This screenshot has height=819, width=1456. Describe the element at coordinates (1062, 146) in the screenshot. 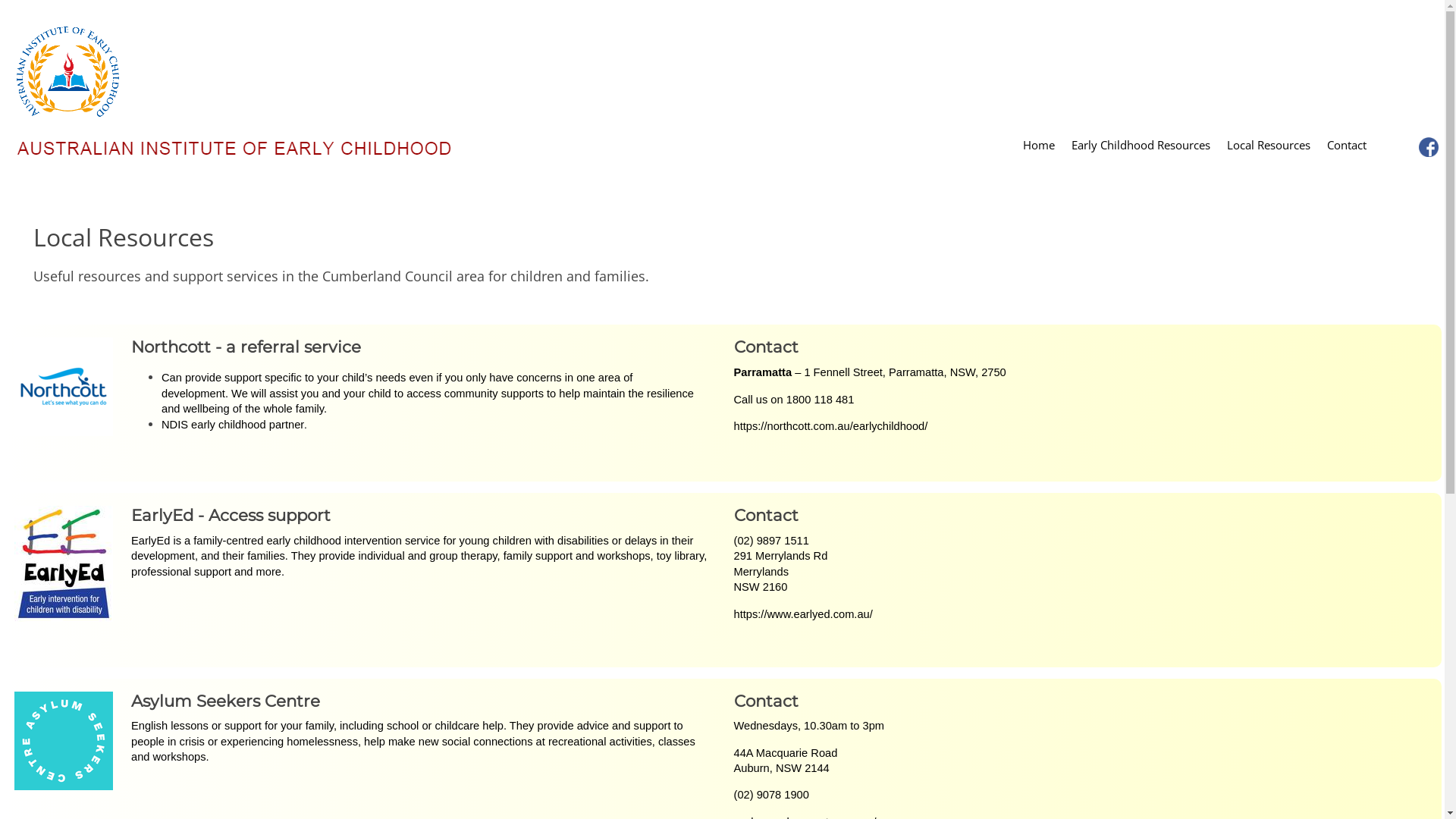

I see `'Early Childhood Resources'` at that location.